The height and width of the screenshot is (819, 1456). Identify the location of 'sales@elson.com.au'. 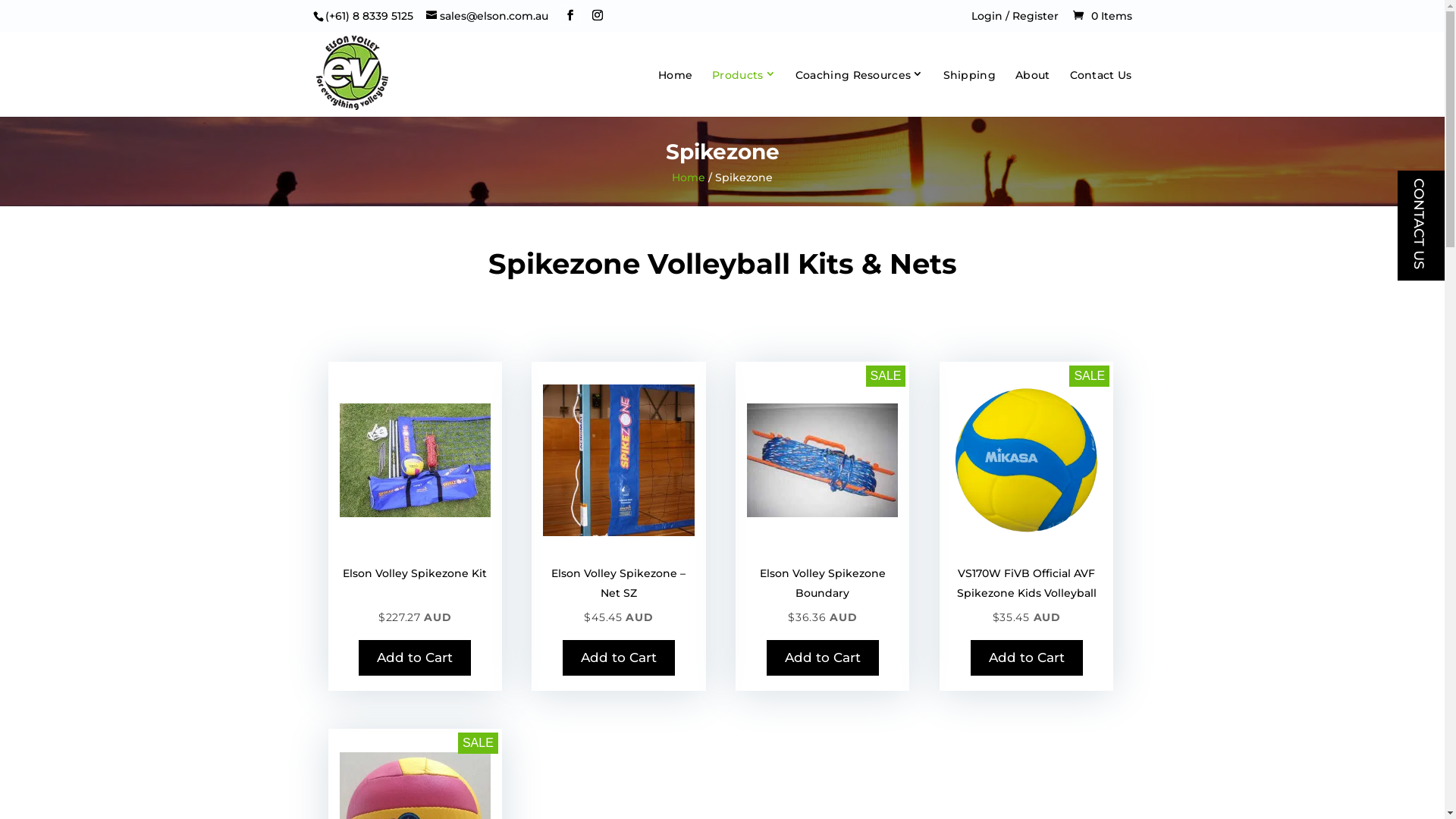
(487, 15).